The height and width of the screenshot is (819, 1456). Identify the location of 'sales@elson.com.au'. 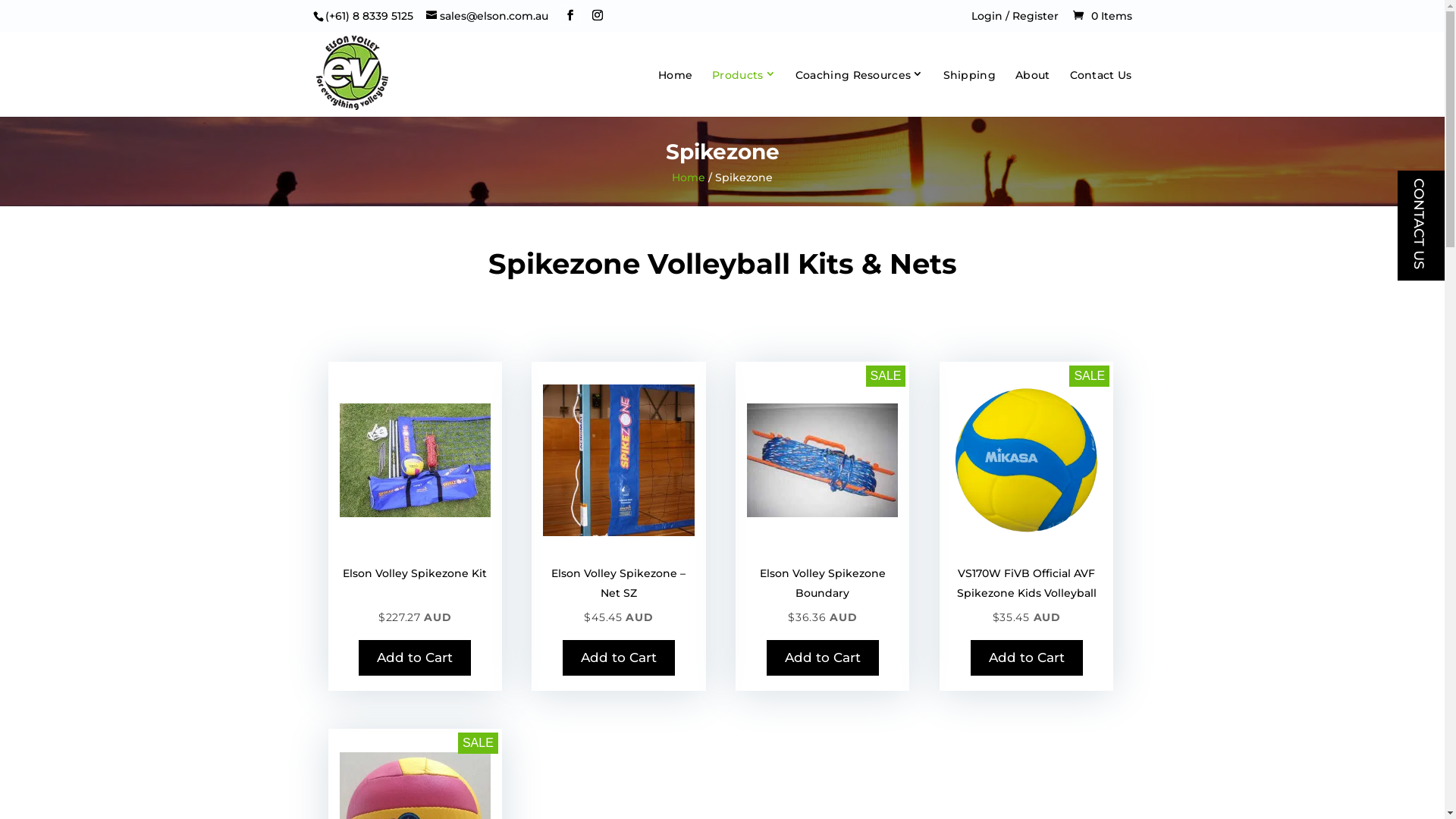
(487, 15).